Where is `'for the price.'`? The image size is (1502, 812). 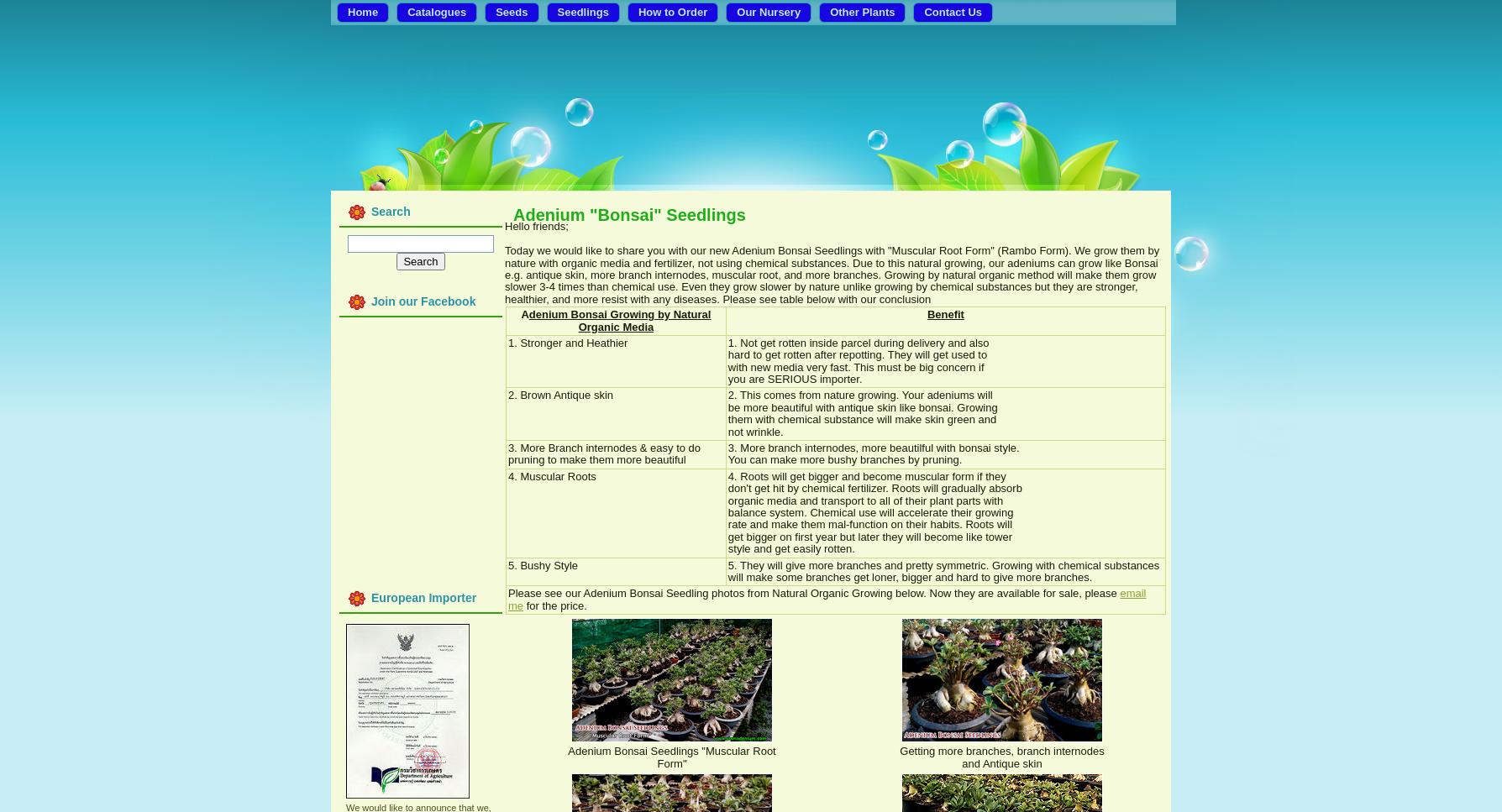 'for the price.' is located at coordinates (554, 604).